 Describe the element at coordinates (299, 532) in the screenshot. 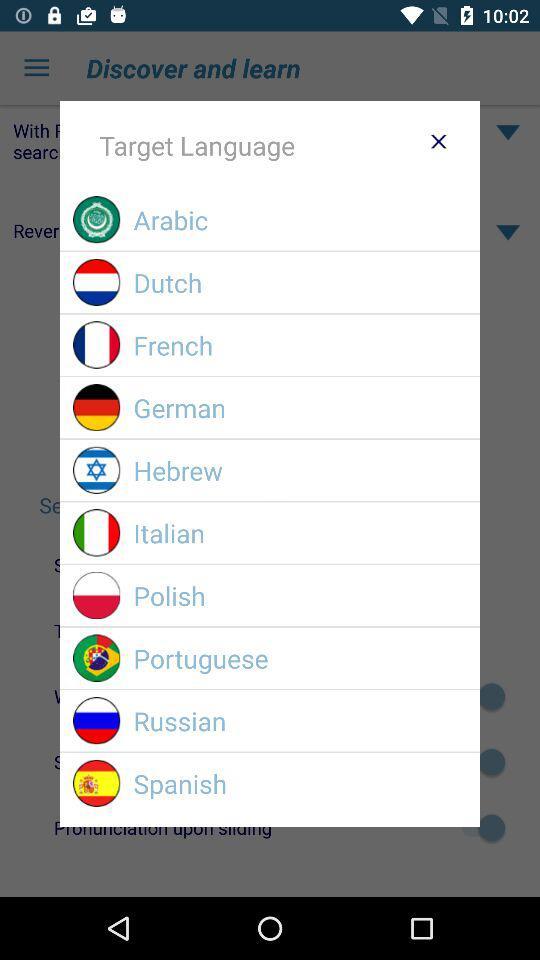

I see `italian item` at that location.